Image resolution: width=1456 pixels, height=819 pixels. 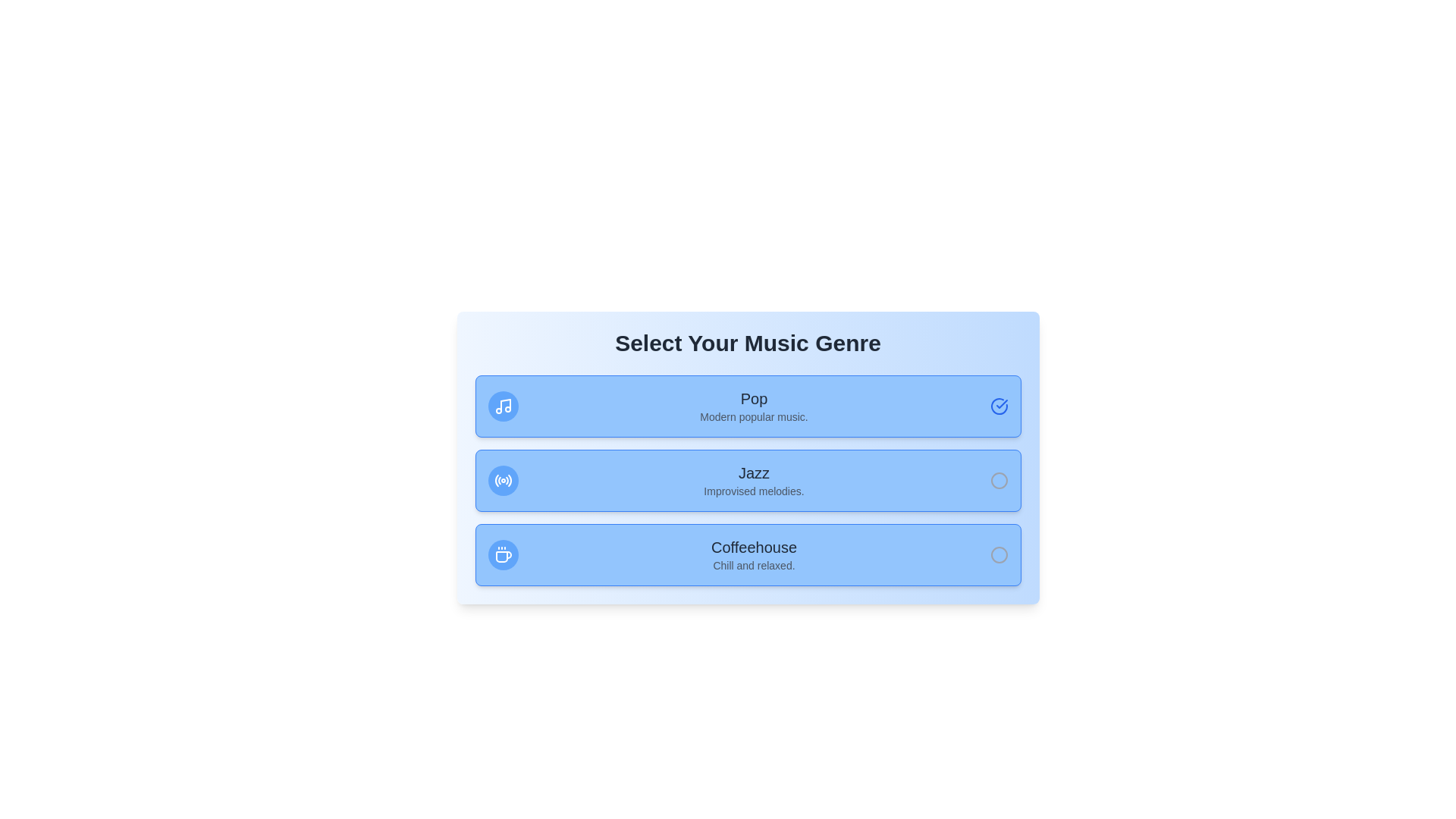 What do you see at coordinates (754, 406) in the screenshot?
I see `the text block displaying 'Pop' and 'Modern popular music.'` at bounding box center [754, 406].